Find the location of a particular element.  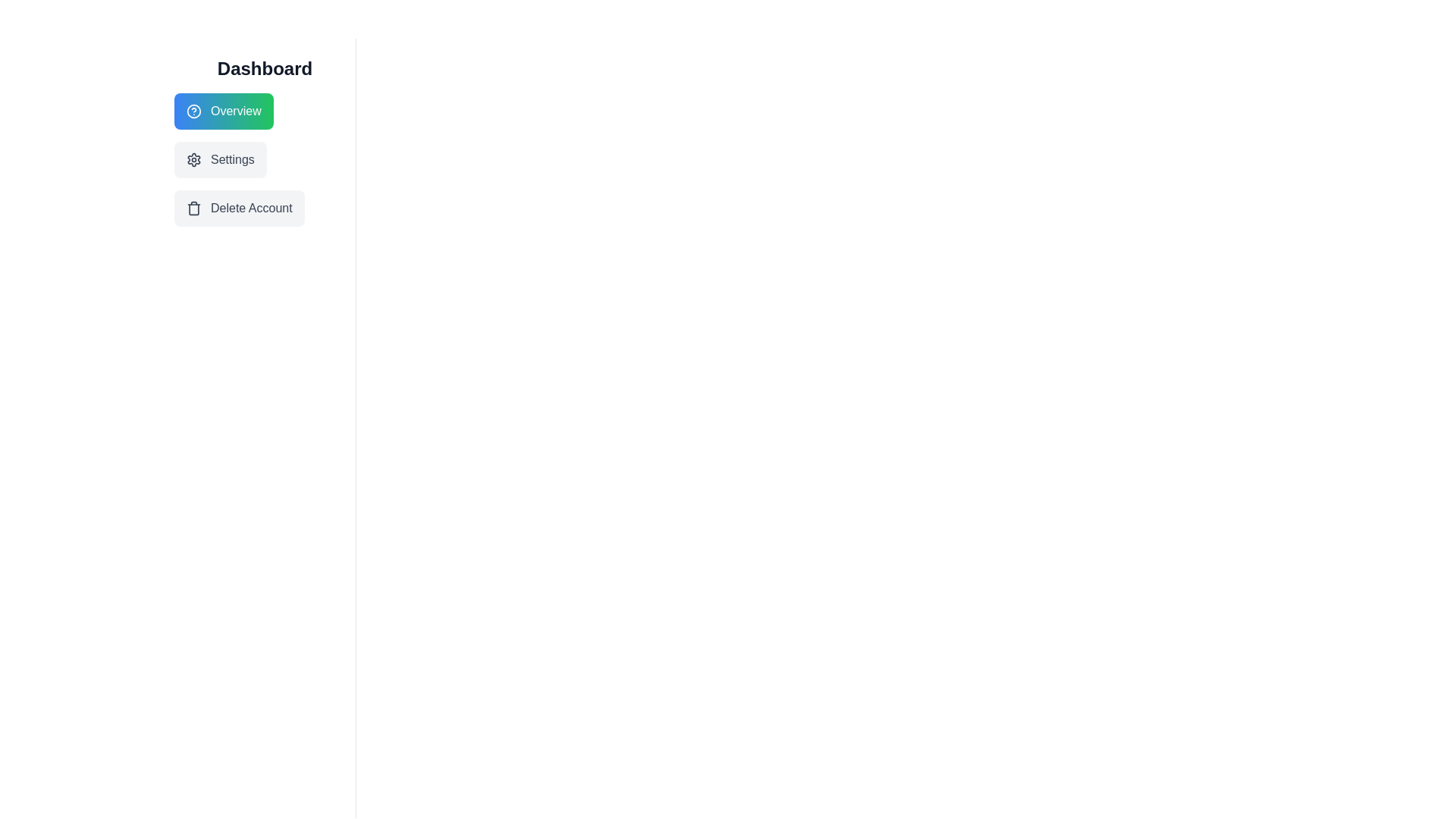

the 'Delete Account' button with a trash can icon in the sidebar menu to initiate account deletion is located at coordinates (238, 208).